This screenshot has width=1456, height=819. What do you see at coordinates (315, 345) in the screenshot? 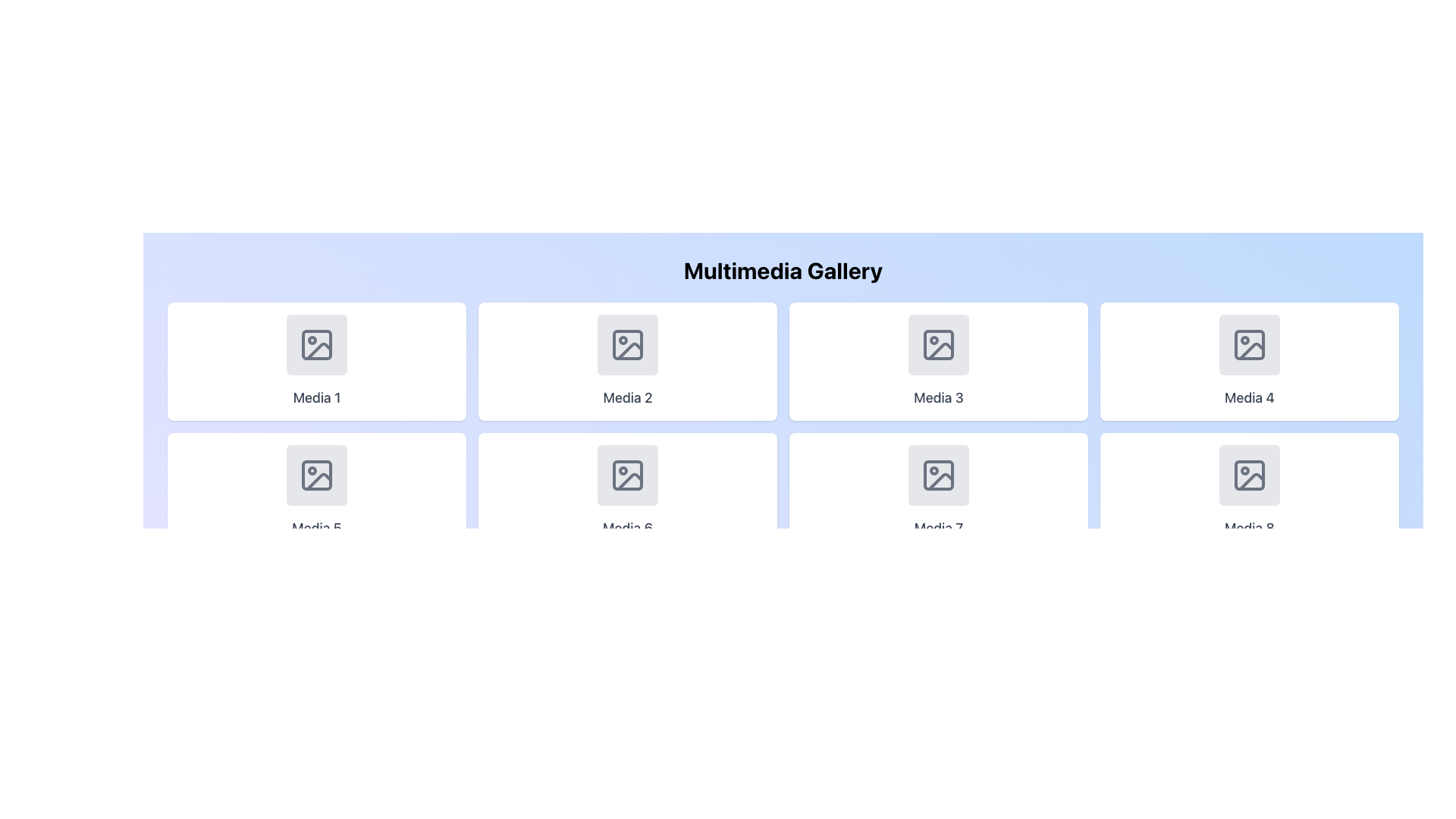
I see `the decorative rectangle with rounded corners in the top-left corner of the 'Media 1' cell within the SVG graphic` at bounding box center [315, 345].